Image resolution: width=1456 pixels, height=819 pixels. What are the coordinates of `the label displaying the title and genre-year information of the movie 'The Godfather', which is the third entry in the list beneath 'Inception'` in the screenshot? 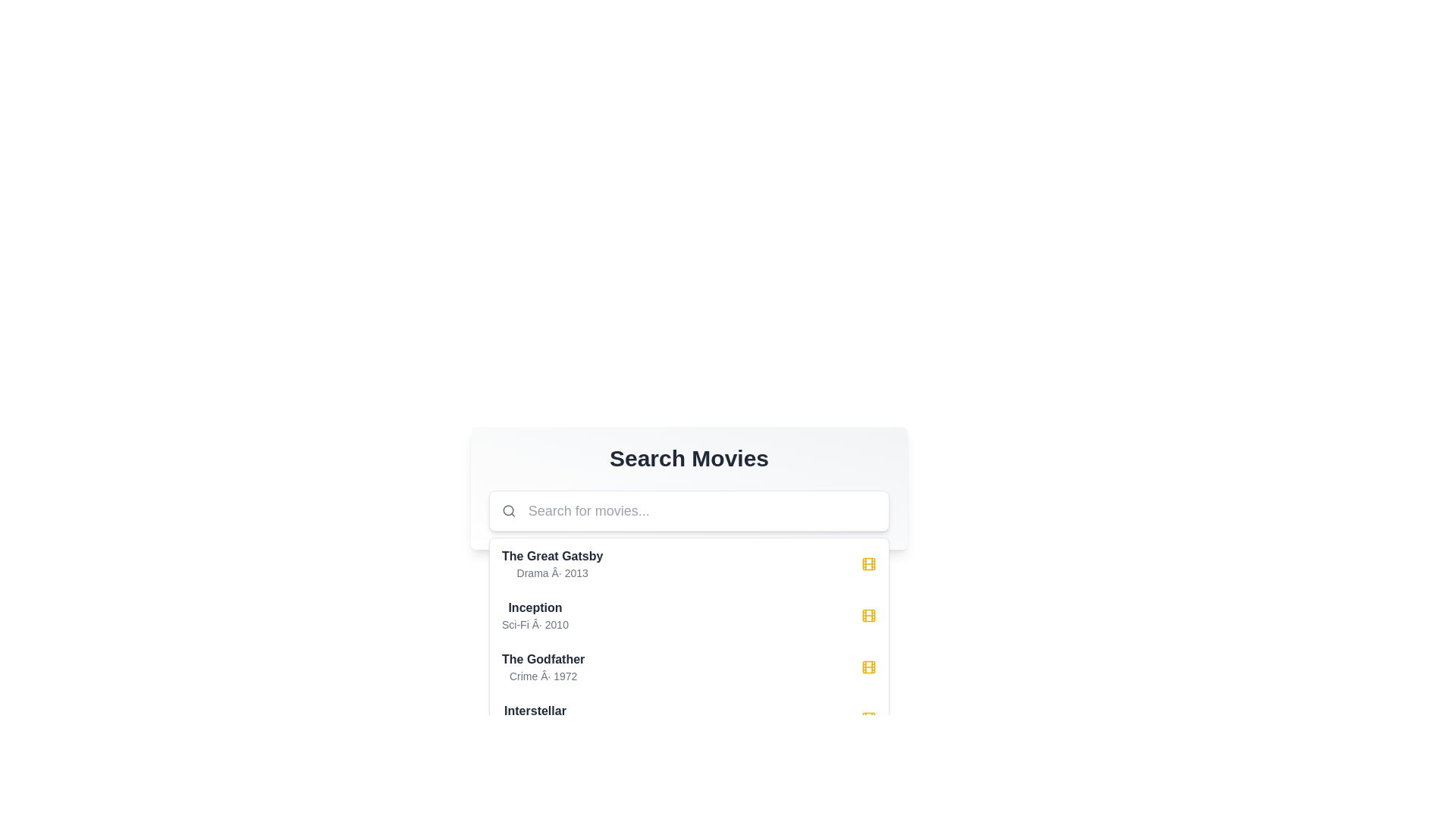 It's located at (543, 666).